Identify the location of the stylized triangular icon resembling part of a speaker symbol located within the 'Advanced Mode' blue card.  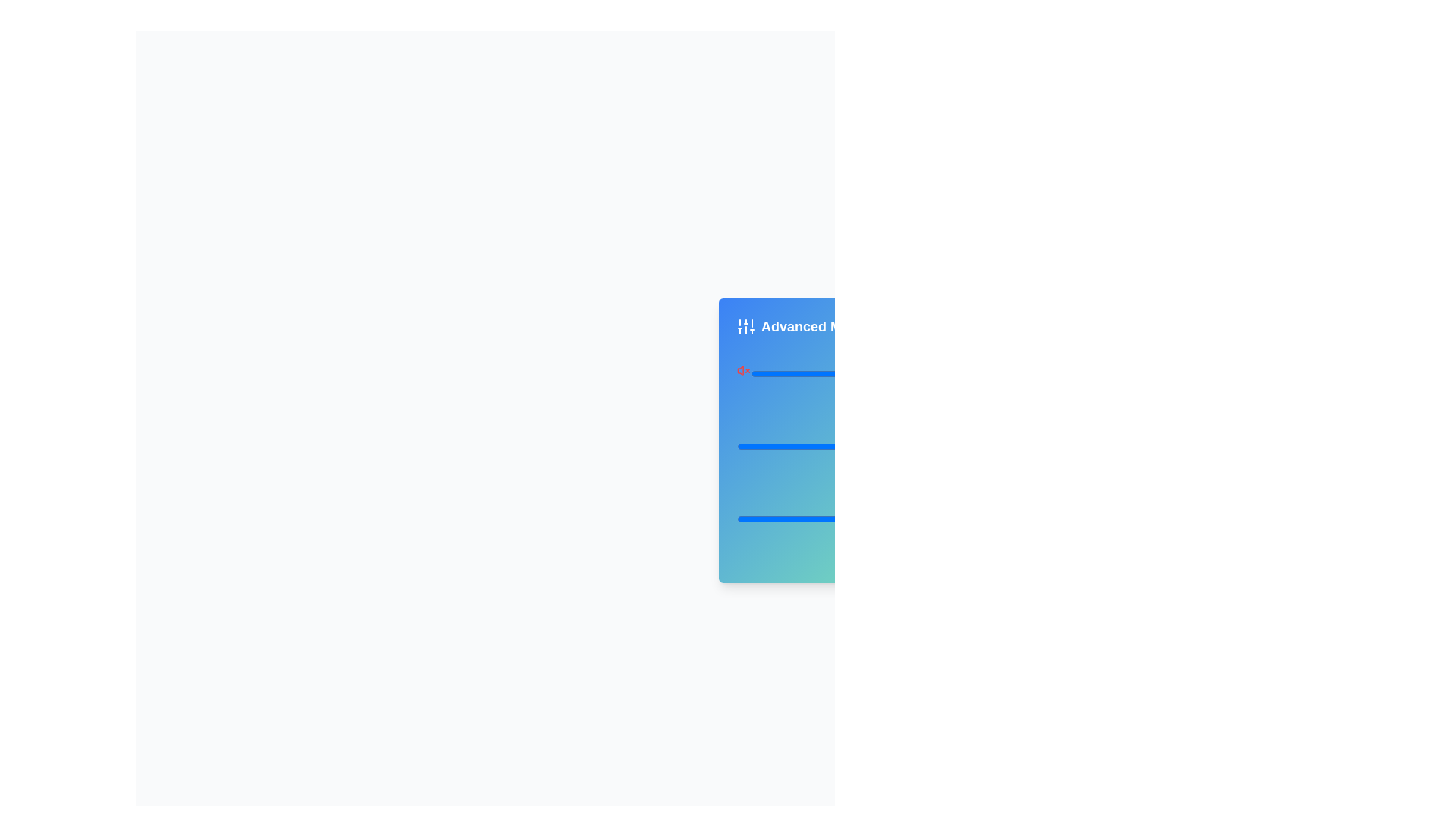
(740, 371).